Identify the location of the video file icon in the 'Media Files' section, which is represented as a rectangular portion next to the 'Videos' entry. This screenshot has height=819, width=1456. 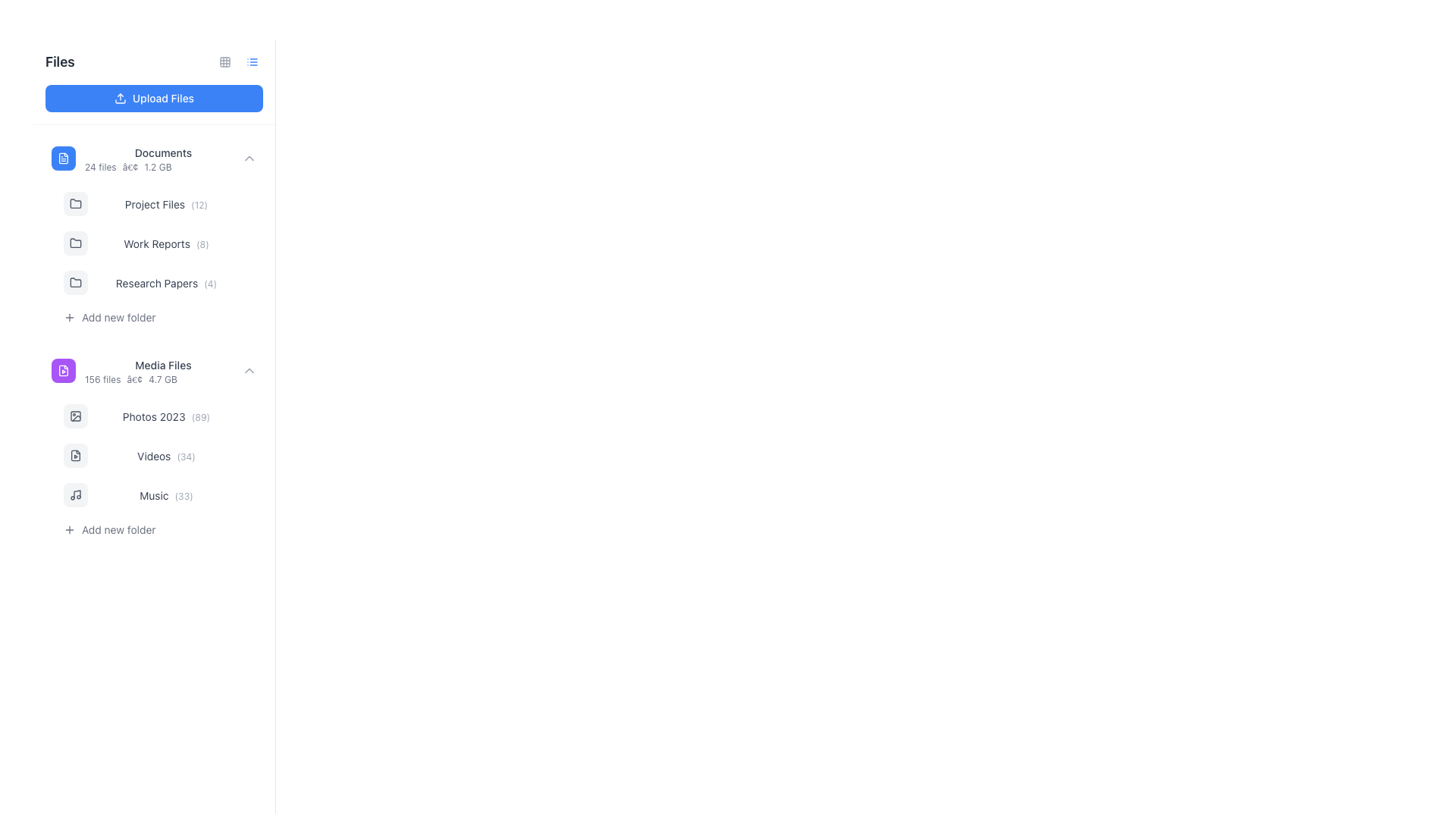
(75, 455).